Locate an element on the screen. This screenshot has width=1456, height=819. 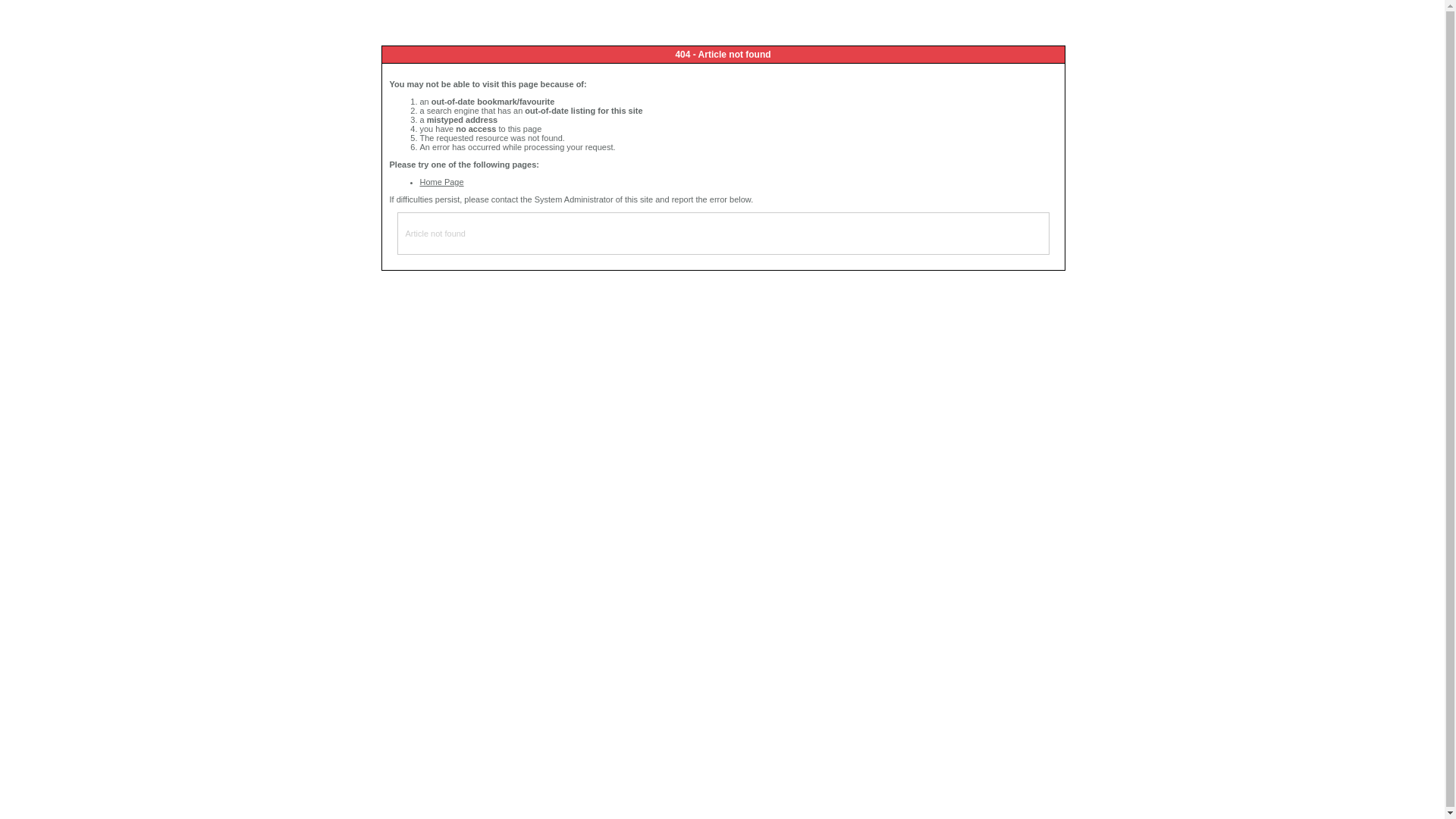
'Home Page' is located at coordinates (441, 180).